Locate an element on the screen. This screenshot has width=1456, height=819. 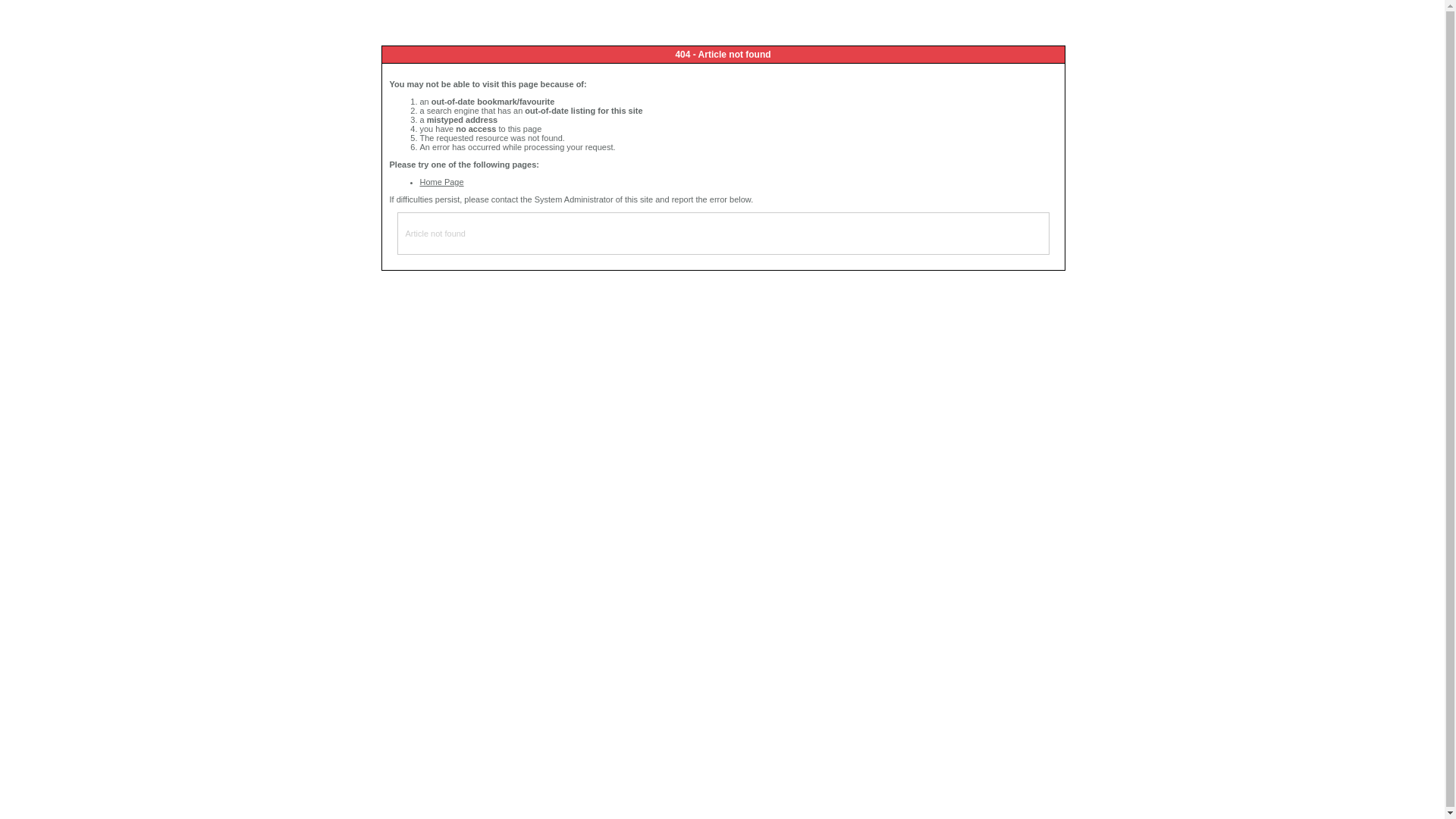
'Home Page' is located at coordinates (441, 180).